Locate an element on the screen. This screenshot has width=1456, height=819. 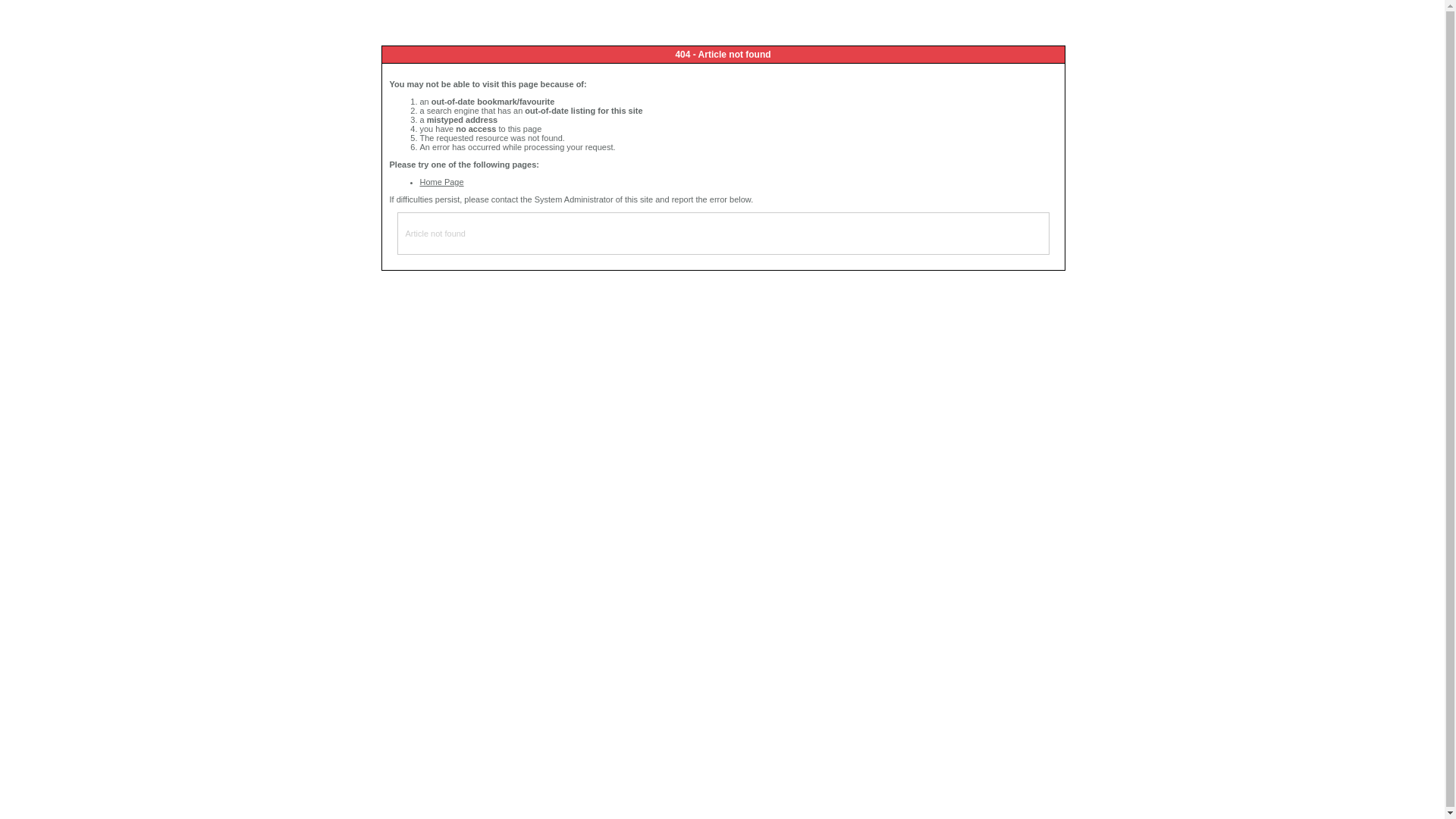
'Home Page' is located at coordinates (441, 180).